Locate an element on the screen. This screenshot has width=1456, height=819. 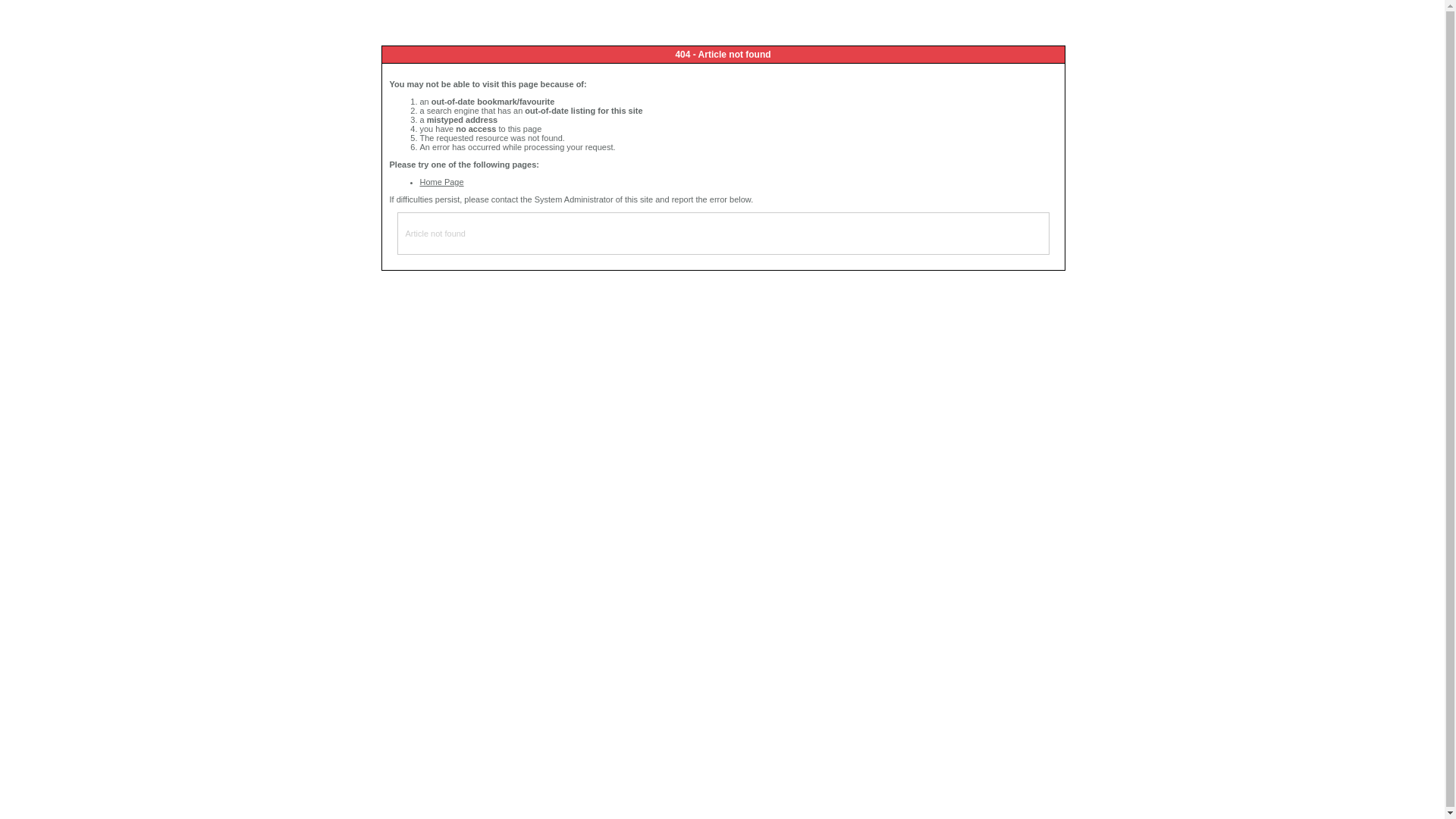
'Home Page' is located at coordinates (441, 180).